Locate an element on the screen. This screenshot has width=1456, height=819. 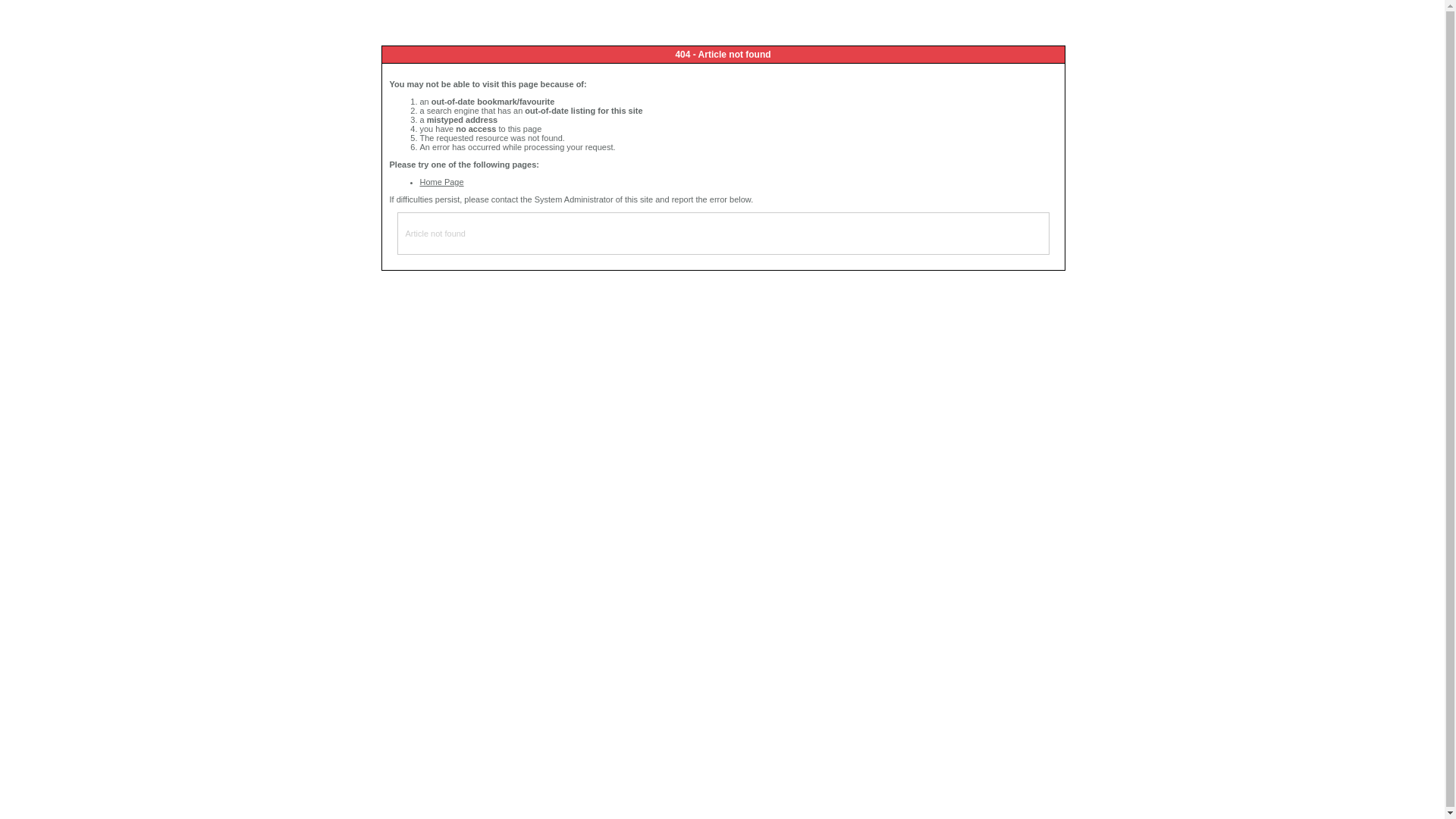
'Home Page' is located at coordinates (441, 180).